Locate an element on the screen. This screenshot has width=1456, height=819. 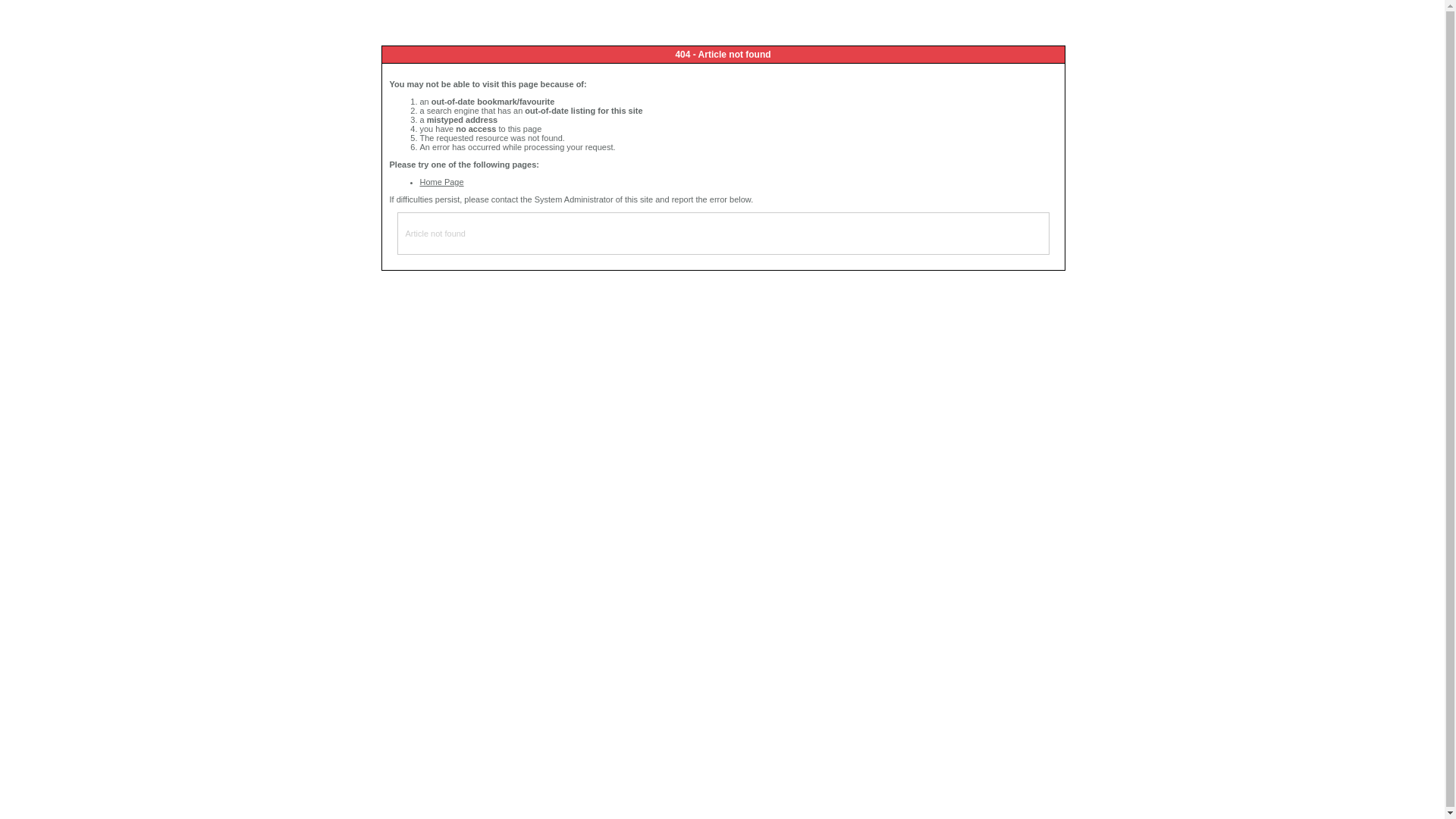
'Home Page' is located at coordinates (441, 180).